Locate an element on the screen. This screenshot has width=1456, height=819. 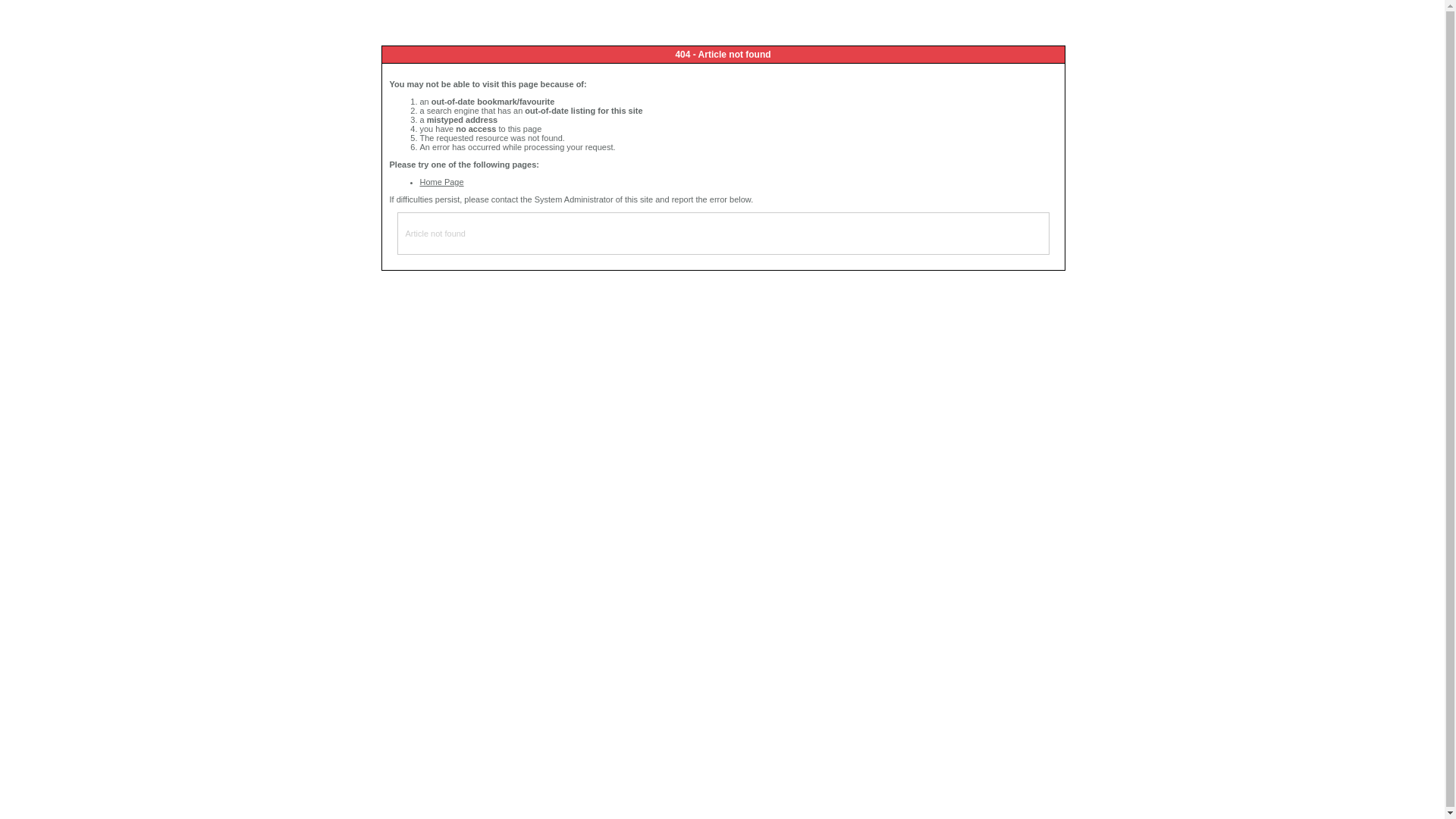
'Home Page' is located at coordinates (441, 180).